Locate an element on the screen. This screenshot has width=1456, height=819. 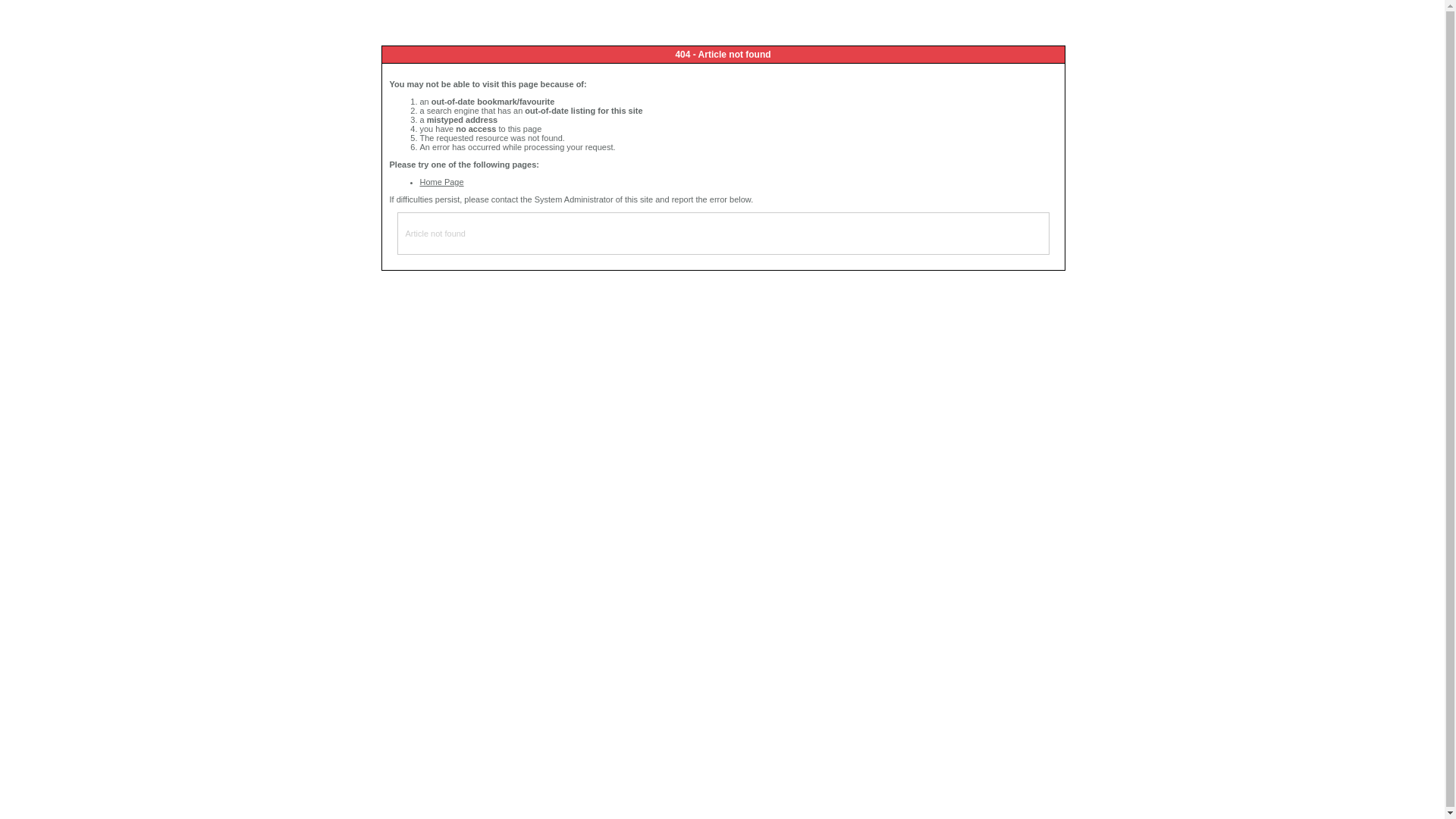
'Home Page' is located at coordinates (441, 180).